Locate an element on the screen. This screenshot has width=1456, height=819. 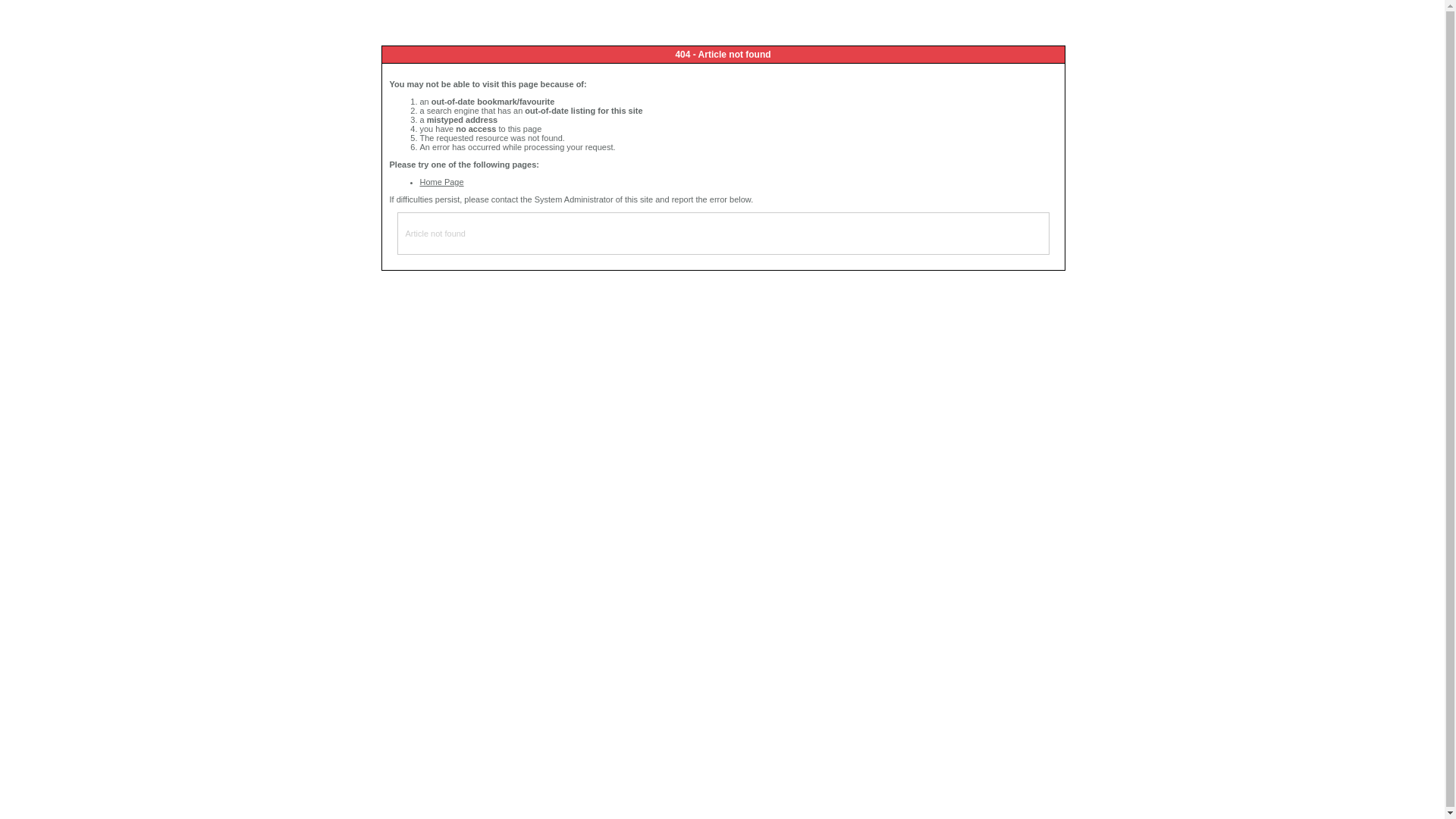
'Home Page' is located at coordinates (441, 180).